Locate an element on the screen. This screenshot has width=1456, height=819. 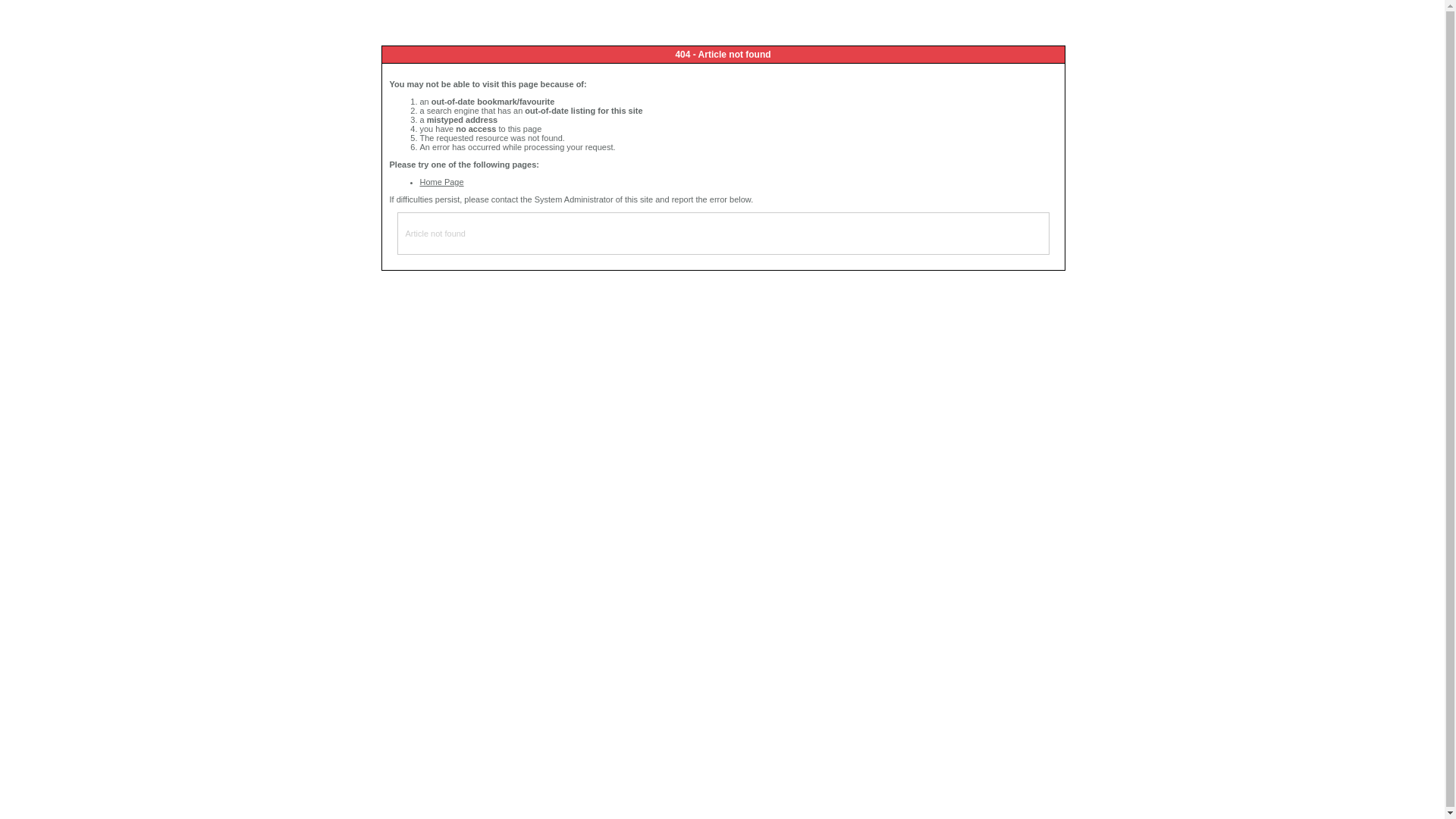
'Home Page' is located at coordinates (441, 180).